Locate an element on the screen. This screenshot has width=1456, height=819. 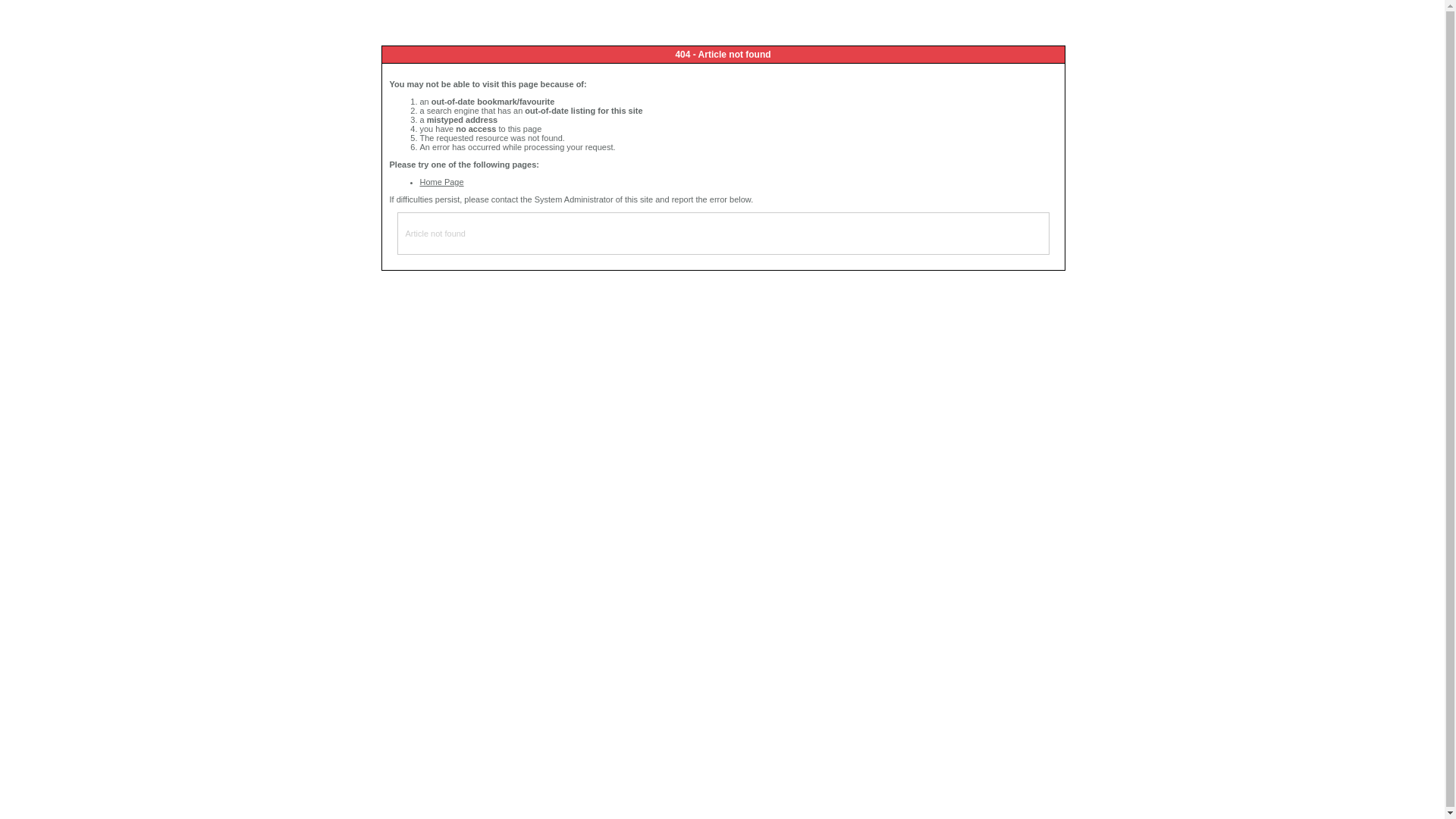
'Home Page' is located at coordinates (441, 180).